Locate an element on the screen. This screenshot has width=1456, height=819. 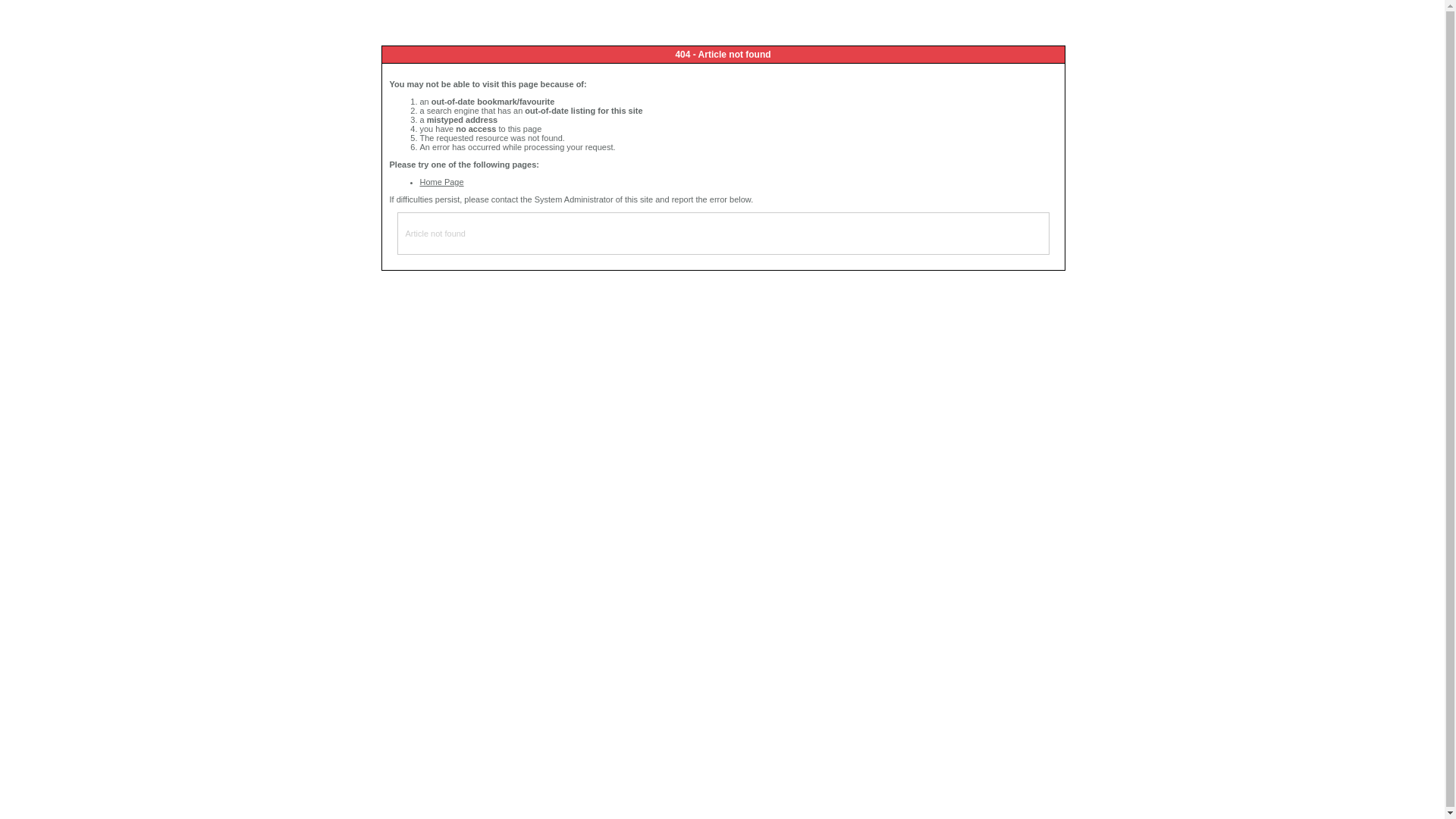
'Home Page' is located at coordinates (441, 180).